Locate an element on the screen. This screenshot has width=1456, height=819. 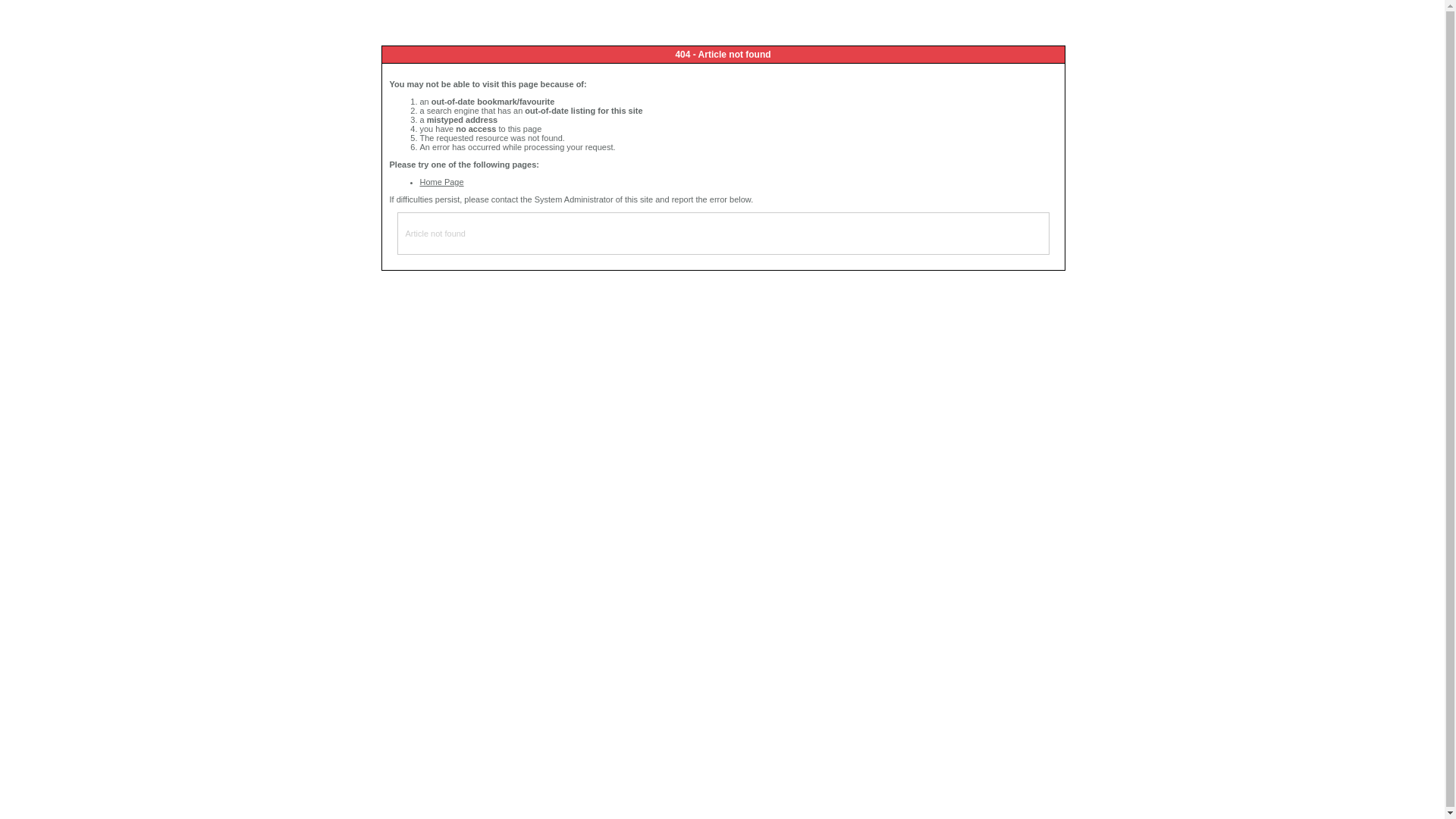
'Home Page' is located at coordinates (441, 180).